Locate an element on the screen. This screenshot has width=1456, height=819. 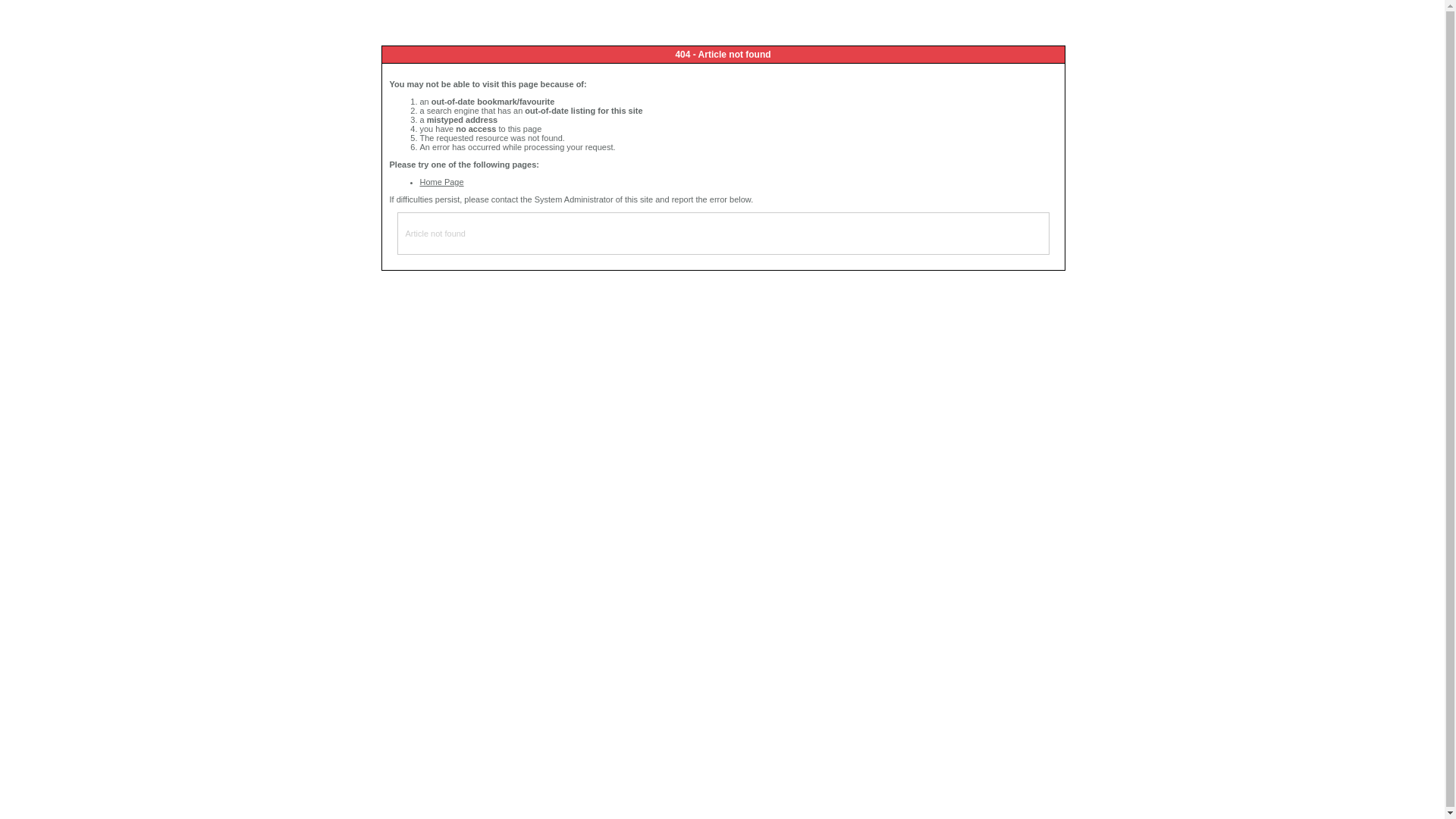
'Home Page' is located at coordinates (441, 180).